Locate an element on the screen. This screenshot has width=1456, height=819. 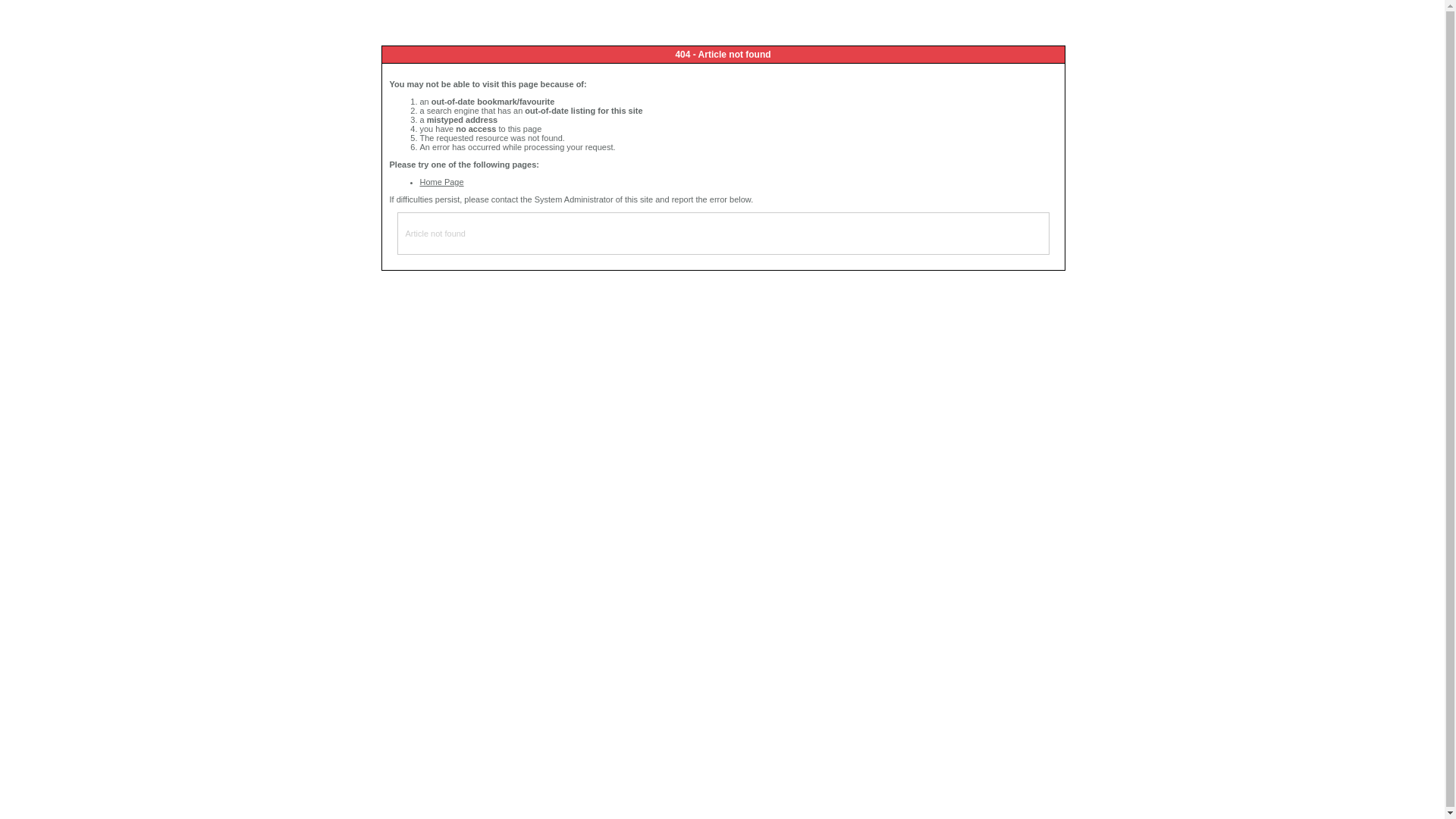
'Home Page' is located at coordinates (441, 180).